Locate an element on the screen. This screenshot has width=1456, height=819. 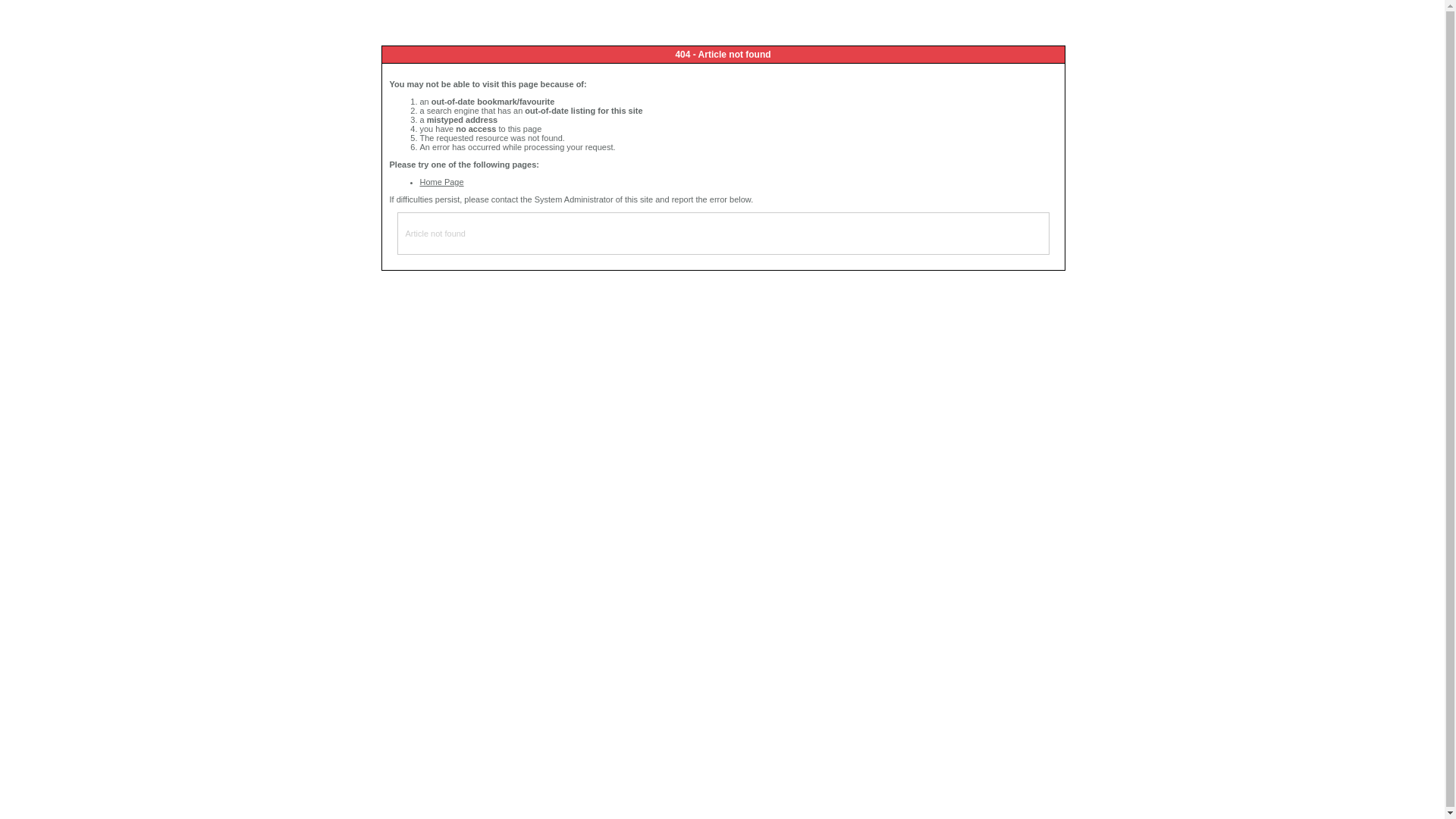
'Home Page' is located at coordinates (441, 180).